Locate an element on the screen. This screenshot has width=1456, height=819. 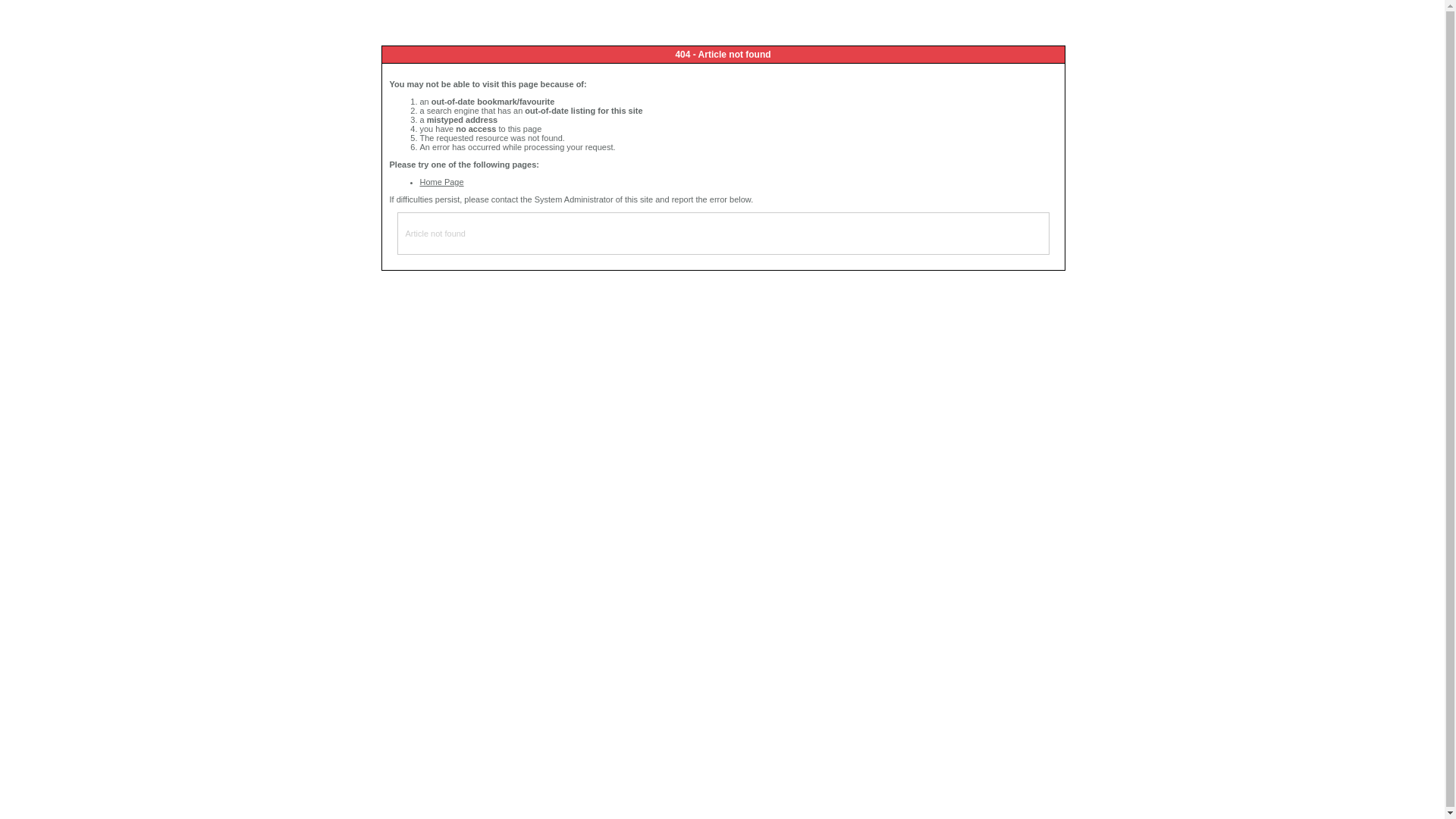
'Home Page' is located at coordinates (441, 180).